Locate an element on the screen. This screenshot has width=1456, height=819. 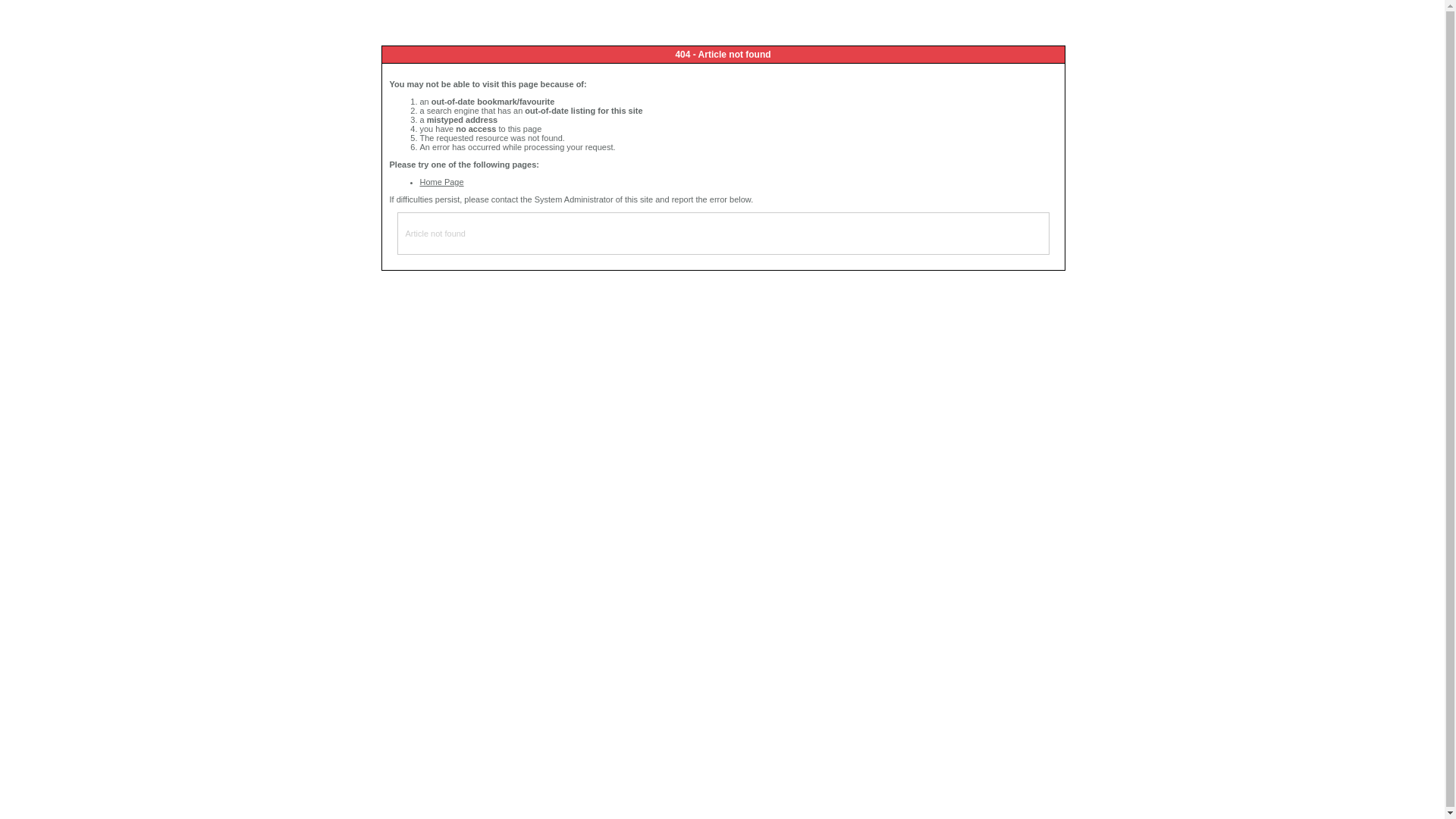
'Home Page' is located at coordinates (441, 180).